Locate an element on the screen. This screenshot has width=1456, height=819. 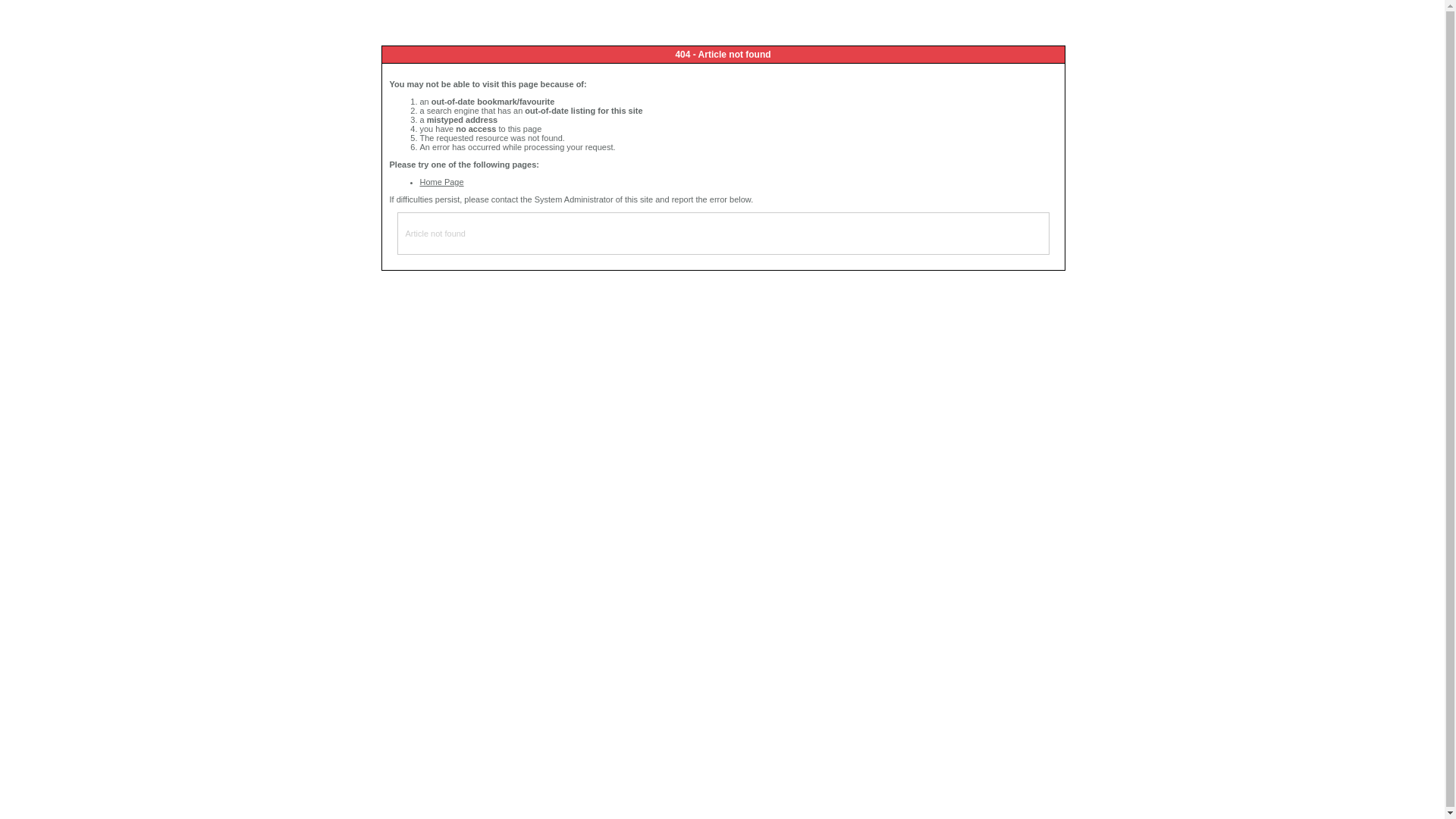
'Home Page' is located at coordinates (441, 180).